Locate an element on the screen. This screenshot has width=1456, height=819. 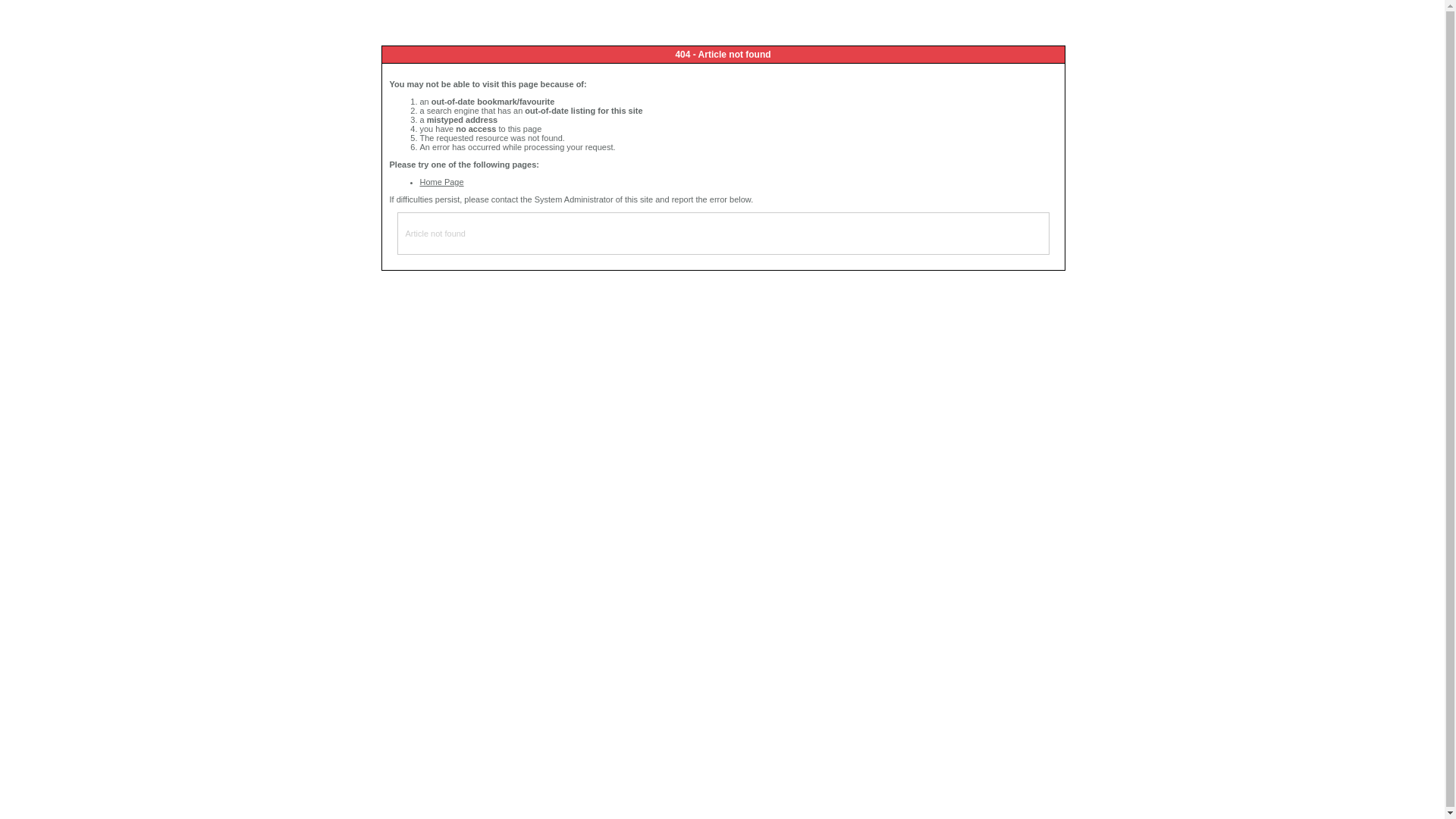
'Home Page' is located at coordinates (441, 180).